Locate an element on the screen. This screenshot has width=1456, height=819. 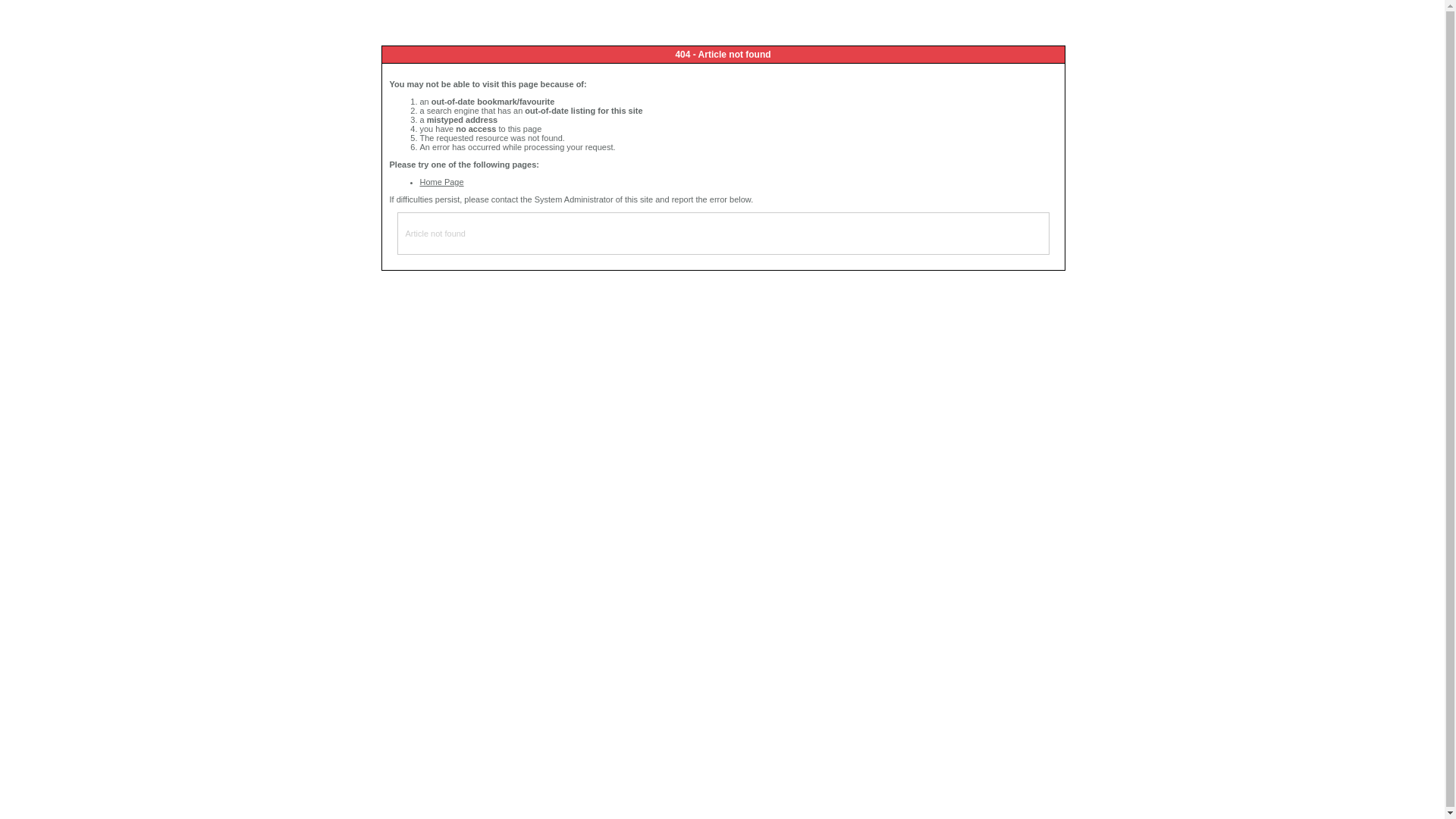
'Home Page' is located at coordinates (441, 180).